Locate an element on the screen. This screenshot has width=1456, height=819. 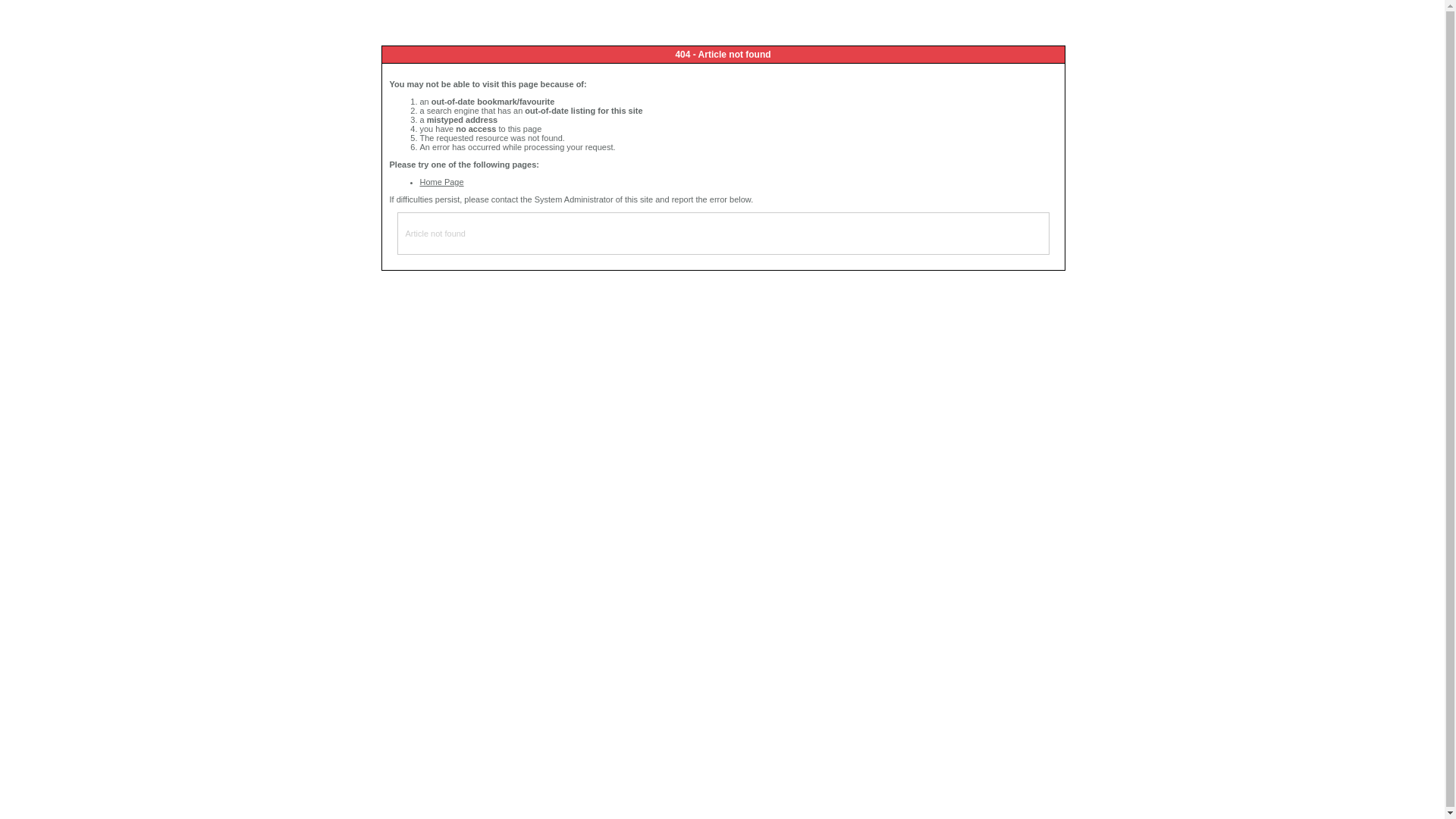
'Home Page' is located at coordinates (441, 180).